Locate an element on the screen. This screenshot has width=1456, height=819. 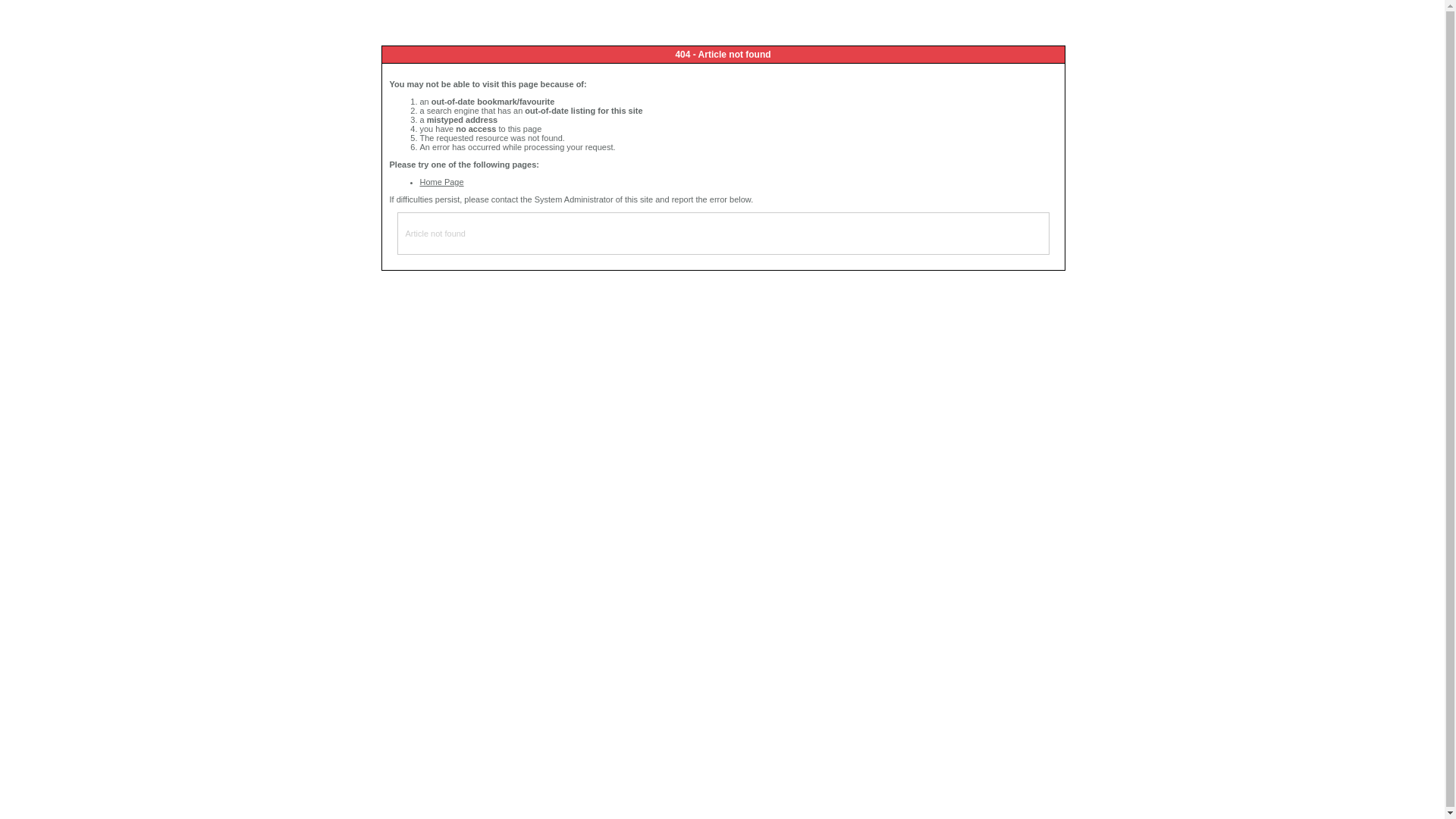
'Home Page' is located at coordinates (441, 180).